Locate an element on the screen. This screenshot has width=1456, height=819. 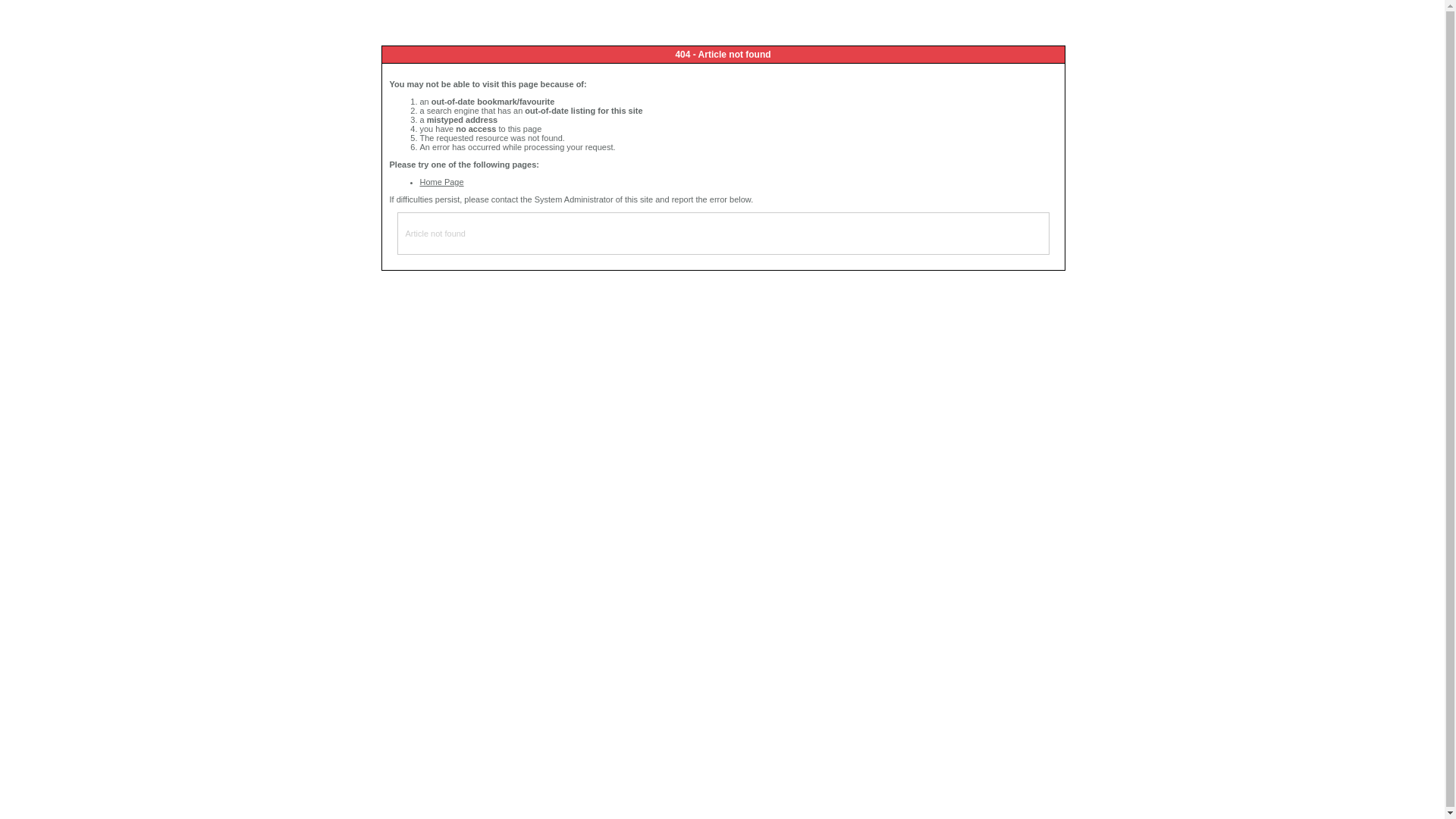
'Home Page' is located at coordinates (441, 180).